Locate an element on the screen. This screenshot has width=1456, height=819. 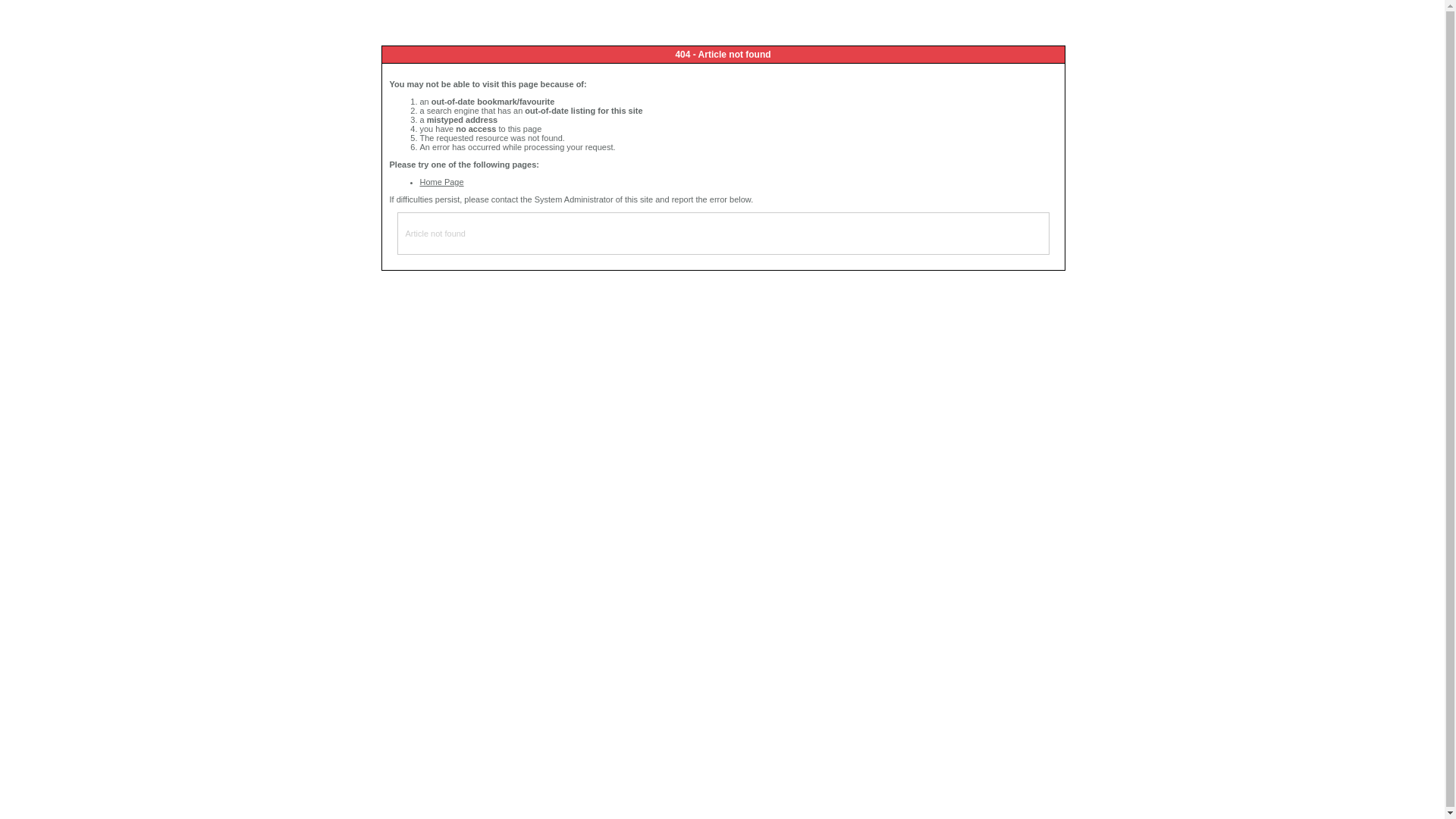
'Home Page' is located at coordinates (441, 180).